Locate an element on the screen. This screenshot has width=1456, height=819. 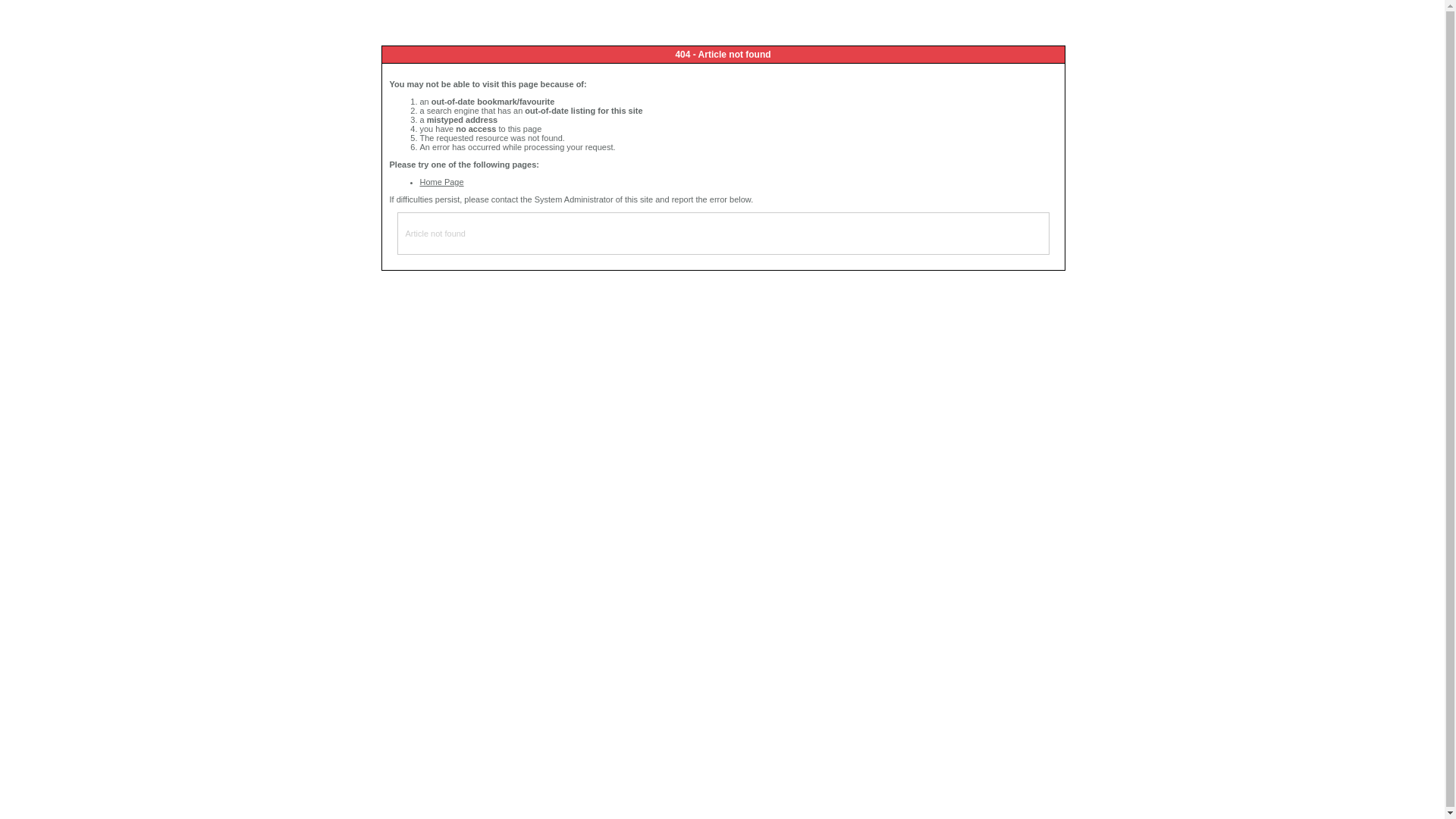
'Home Page' is located at coordinates (441, 180).